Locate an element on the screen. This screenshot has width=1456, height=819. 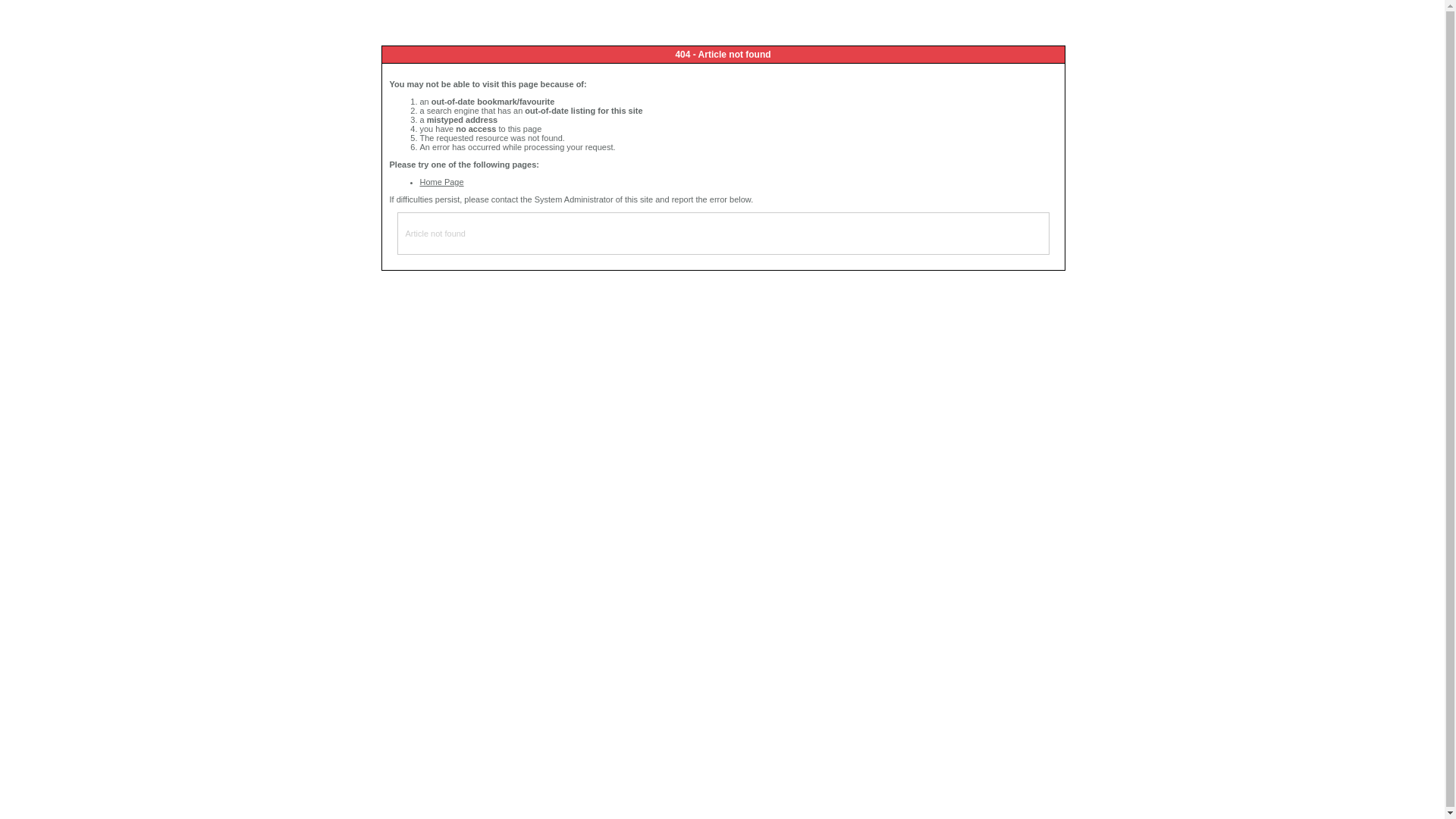
'Home Page' is located at coordinates (441, 180).